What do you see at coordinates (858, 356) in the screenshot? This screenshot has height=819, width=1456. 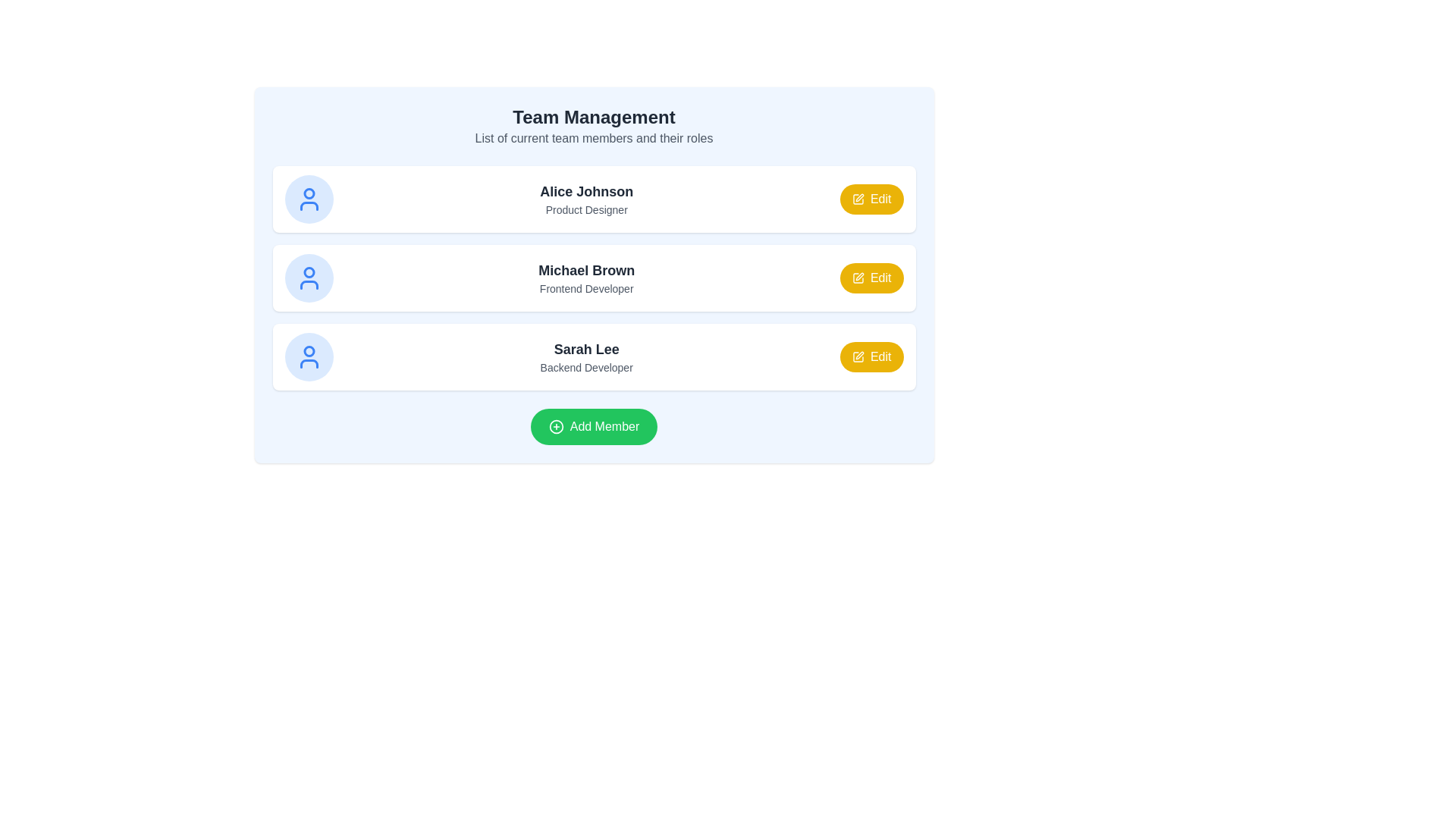 I see `the pen icon inside the 'Edit' button corresponding to 'Sarah Lee'` at bounding box center [858, 356].